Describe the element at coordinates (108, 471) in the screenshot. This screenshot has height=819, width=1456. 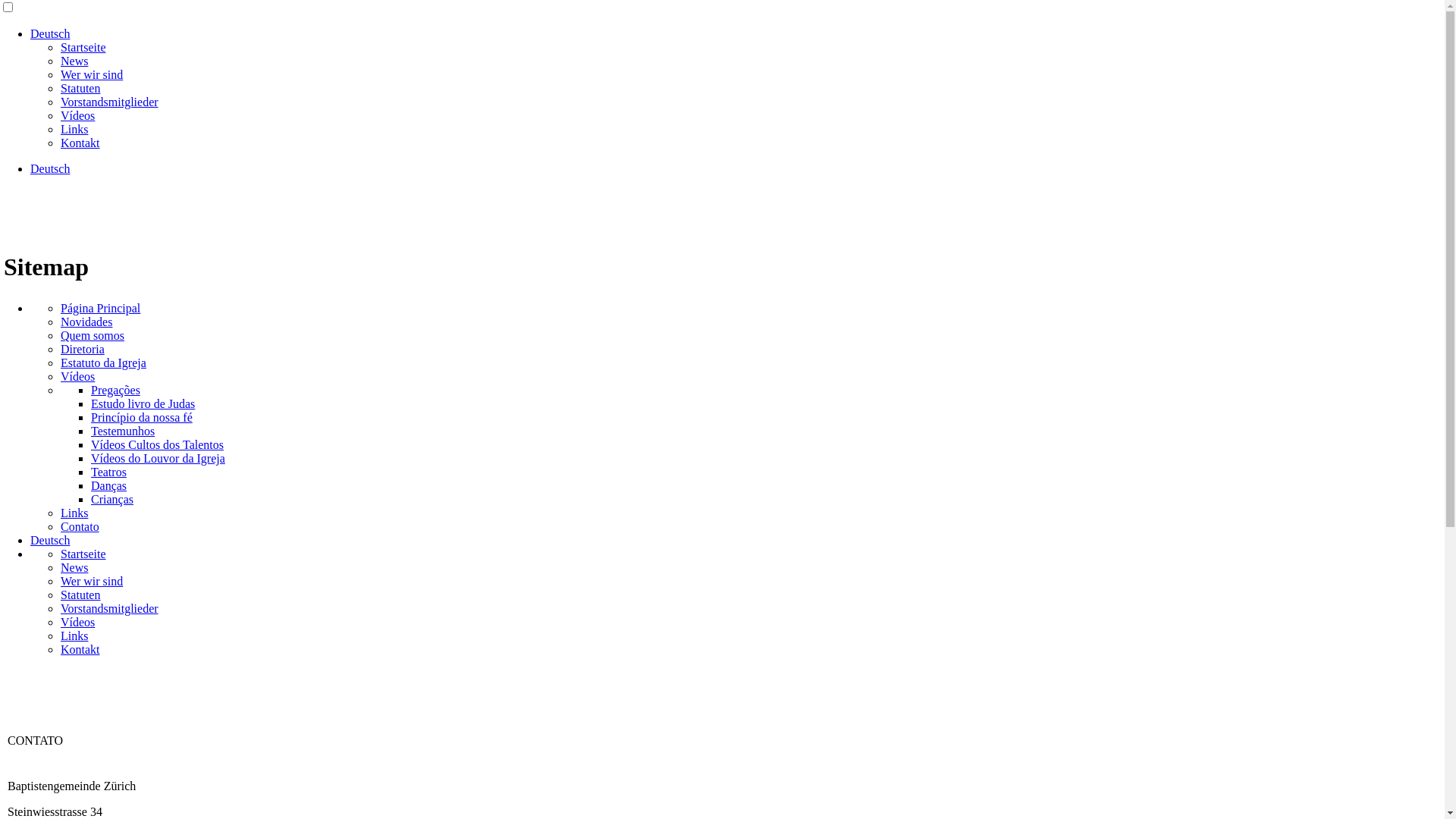
I see `'Teatros'` at that location.